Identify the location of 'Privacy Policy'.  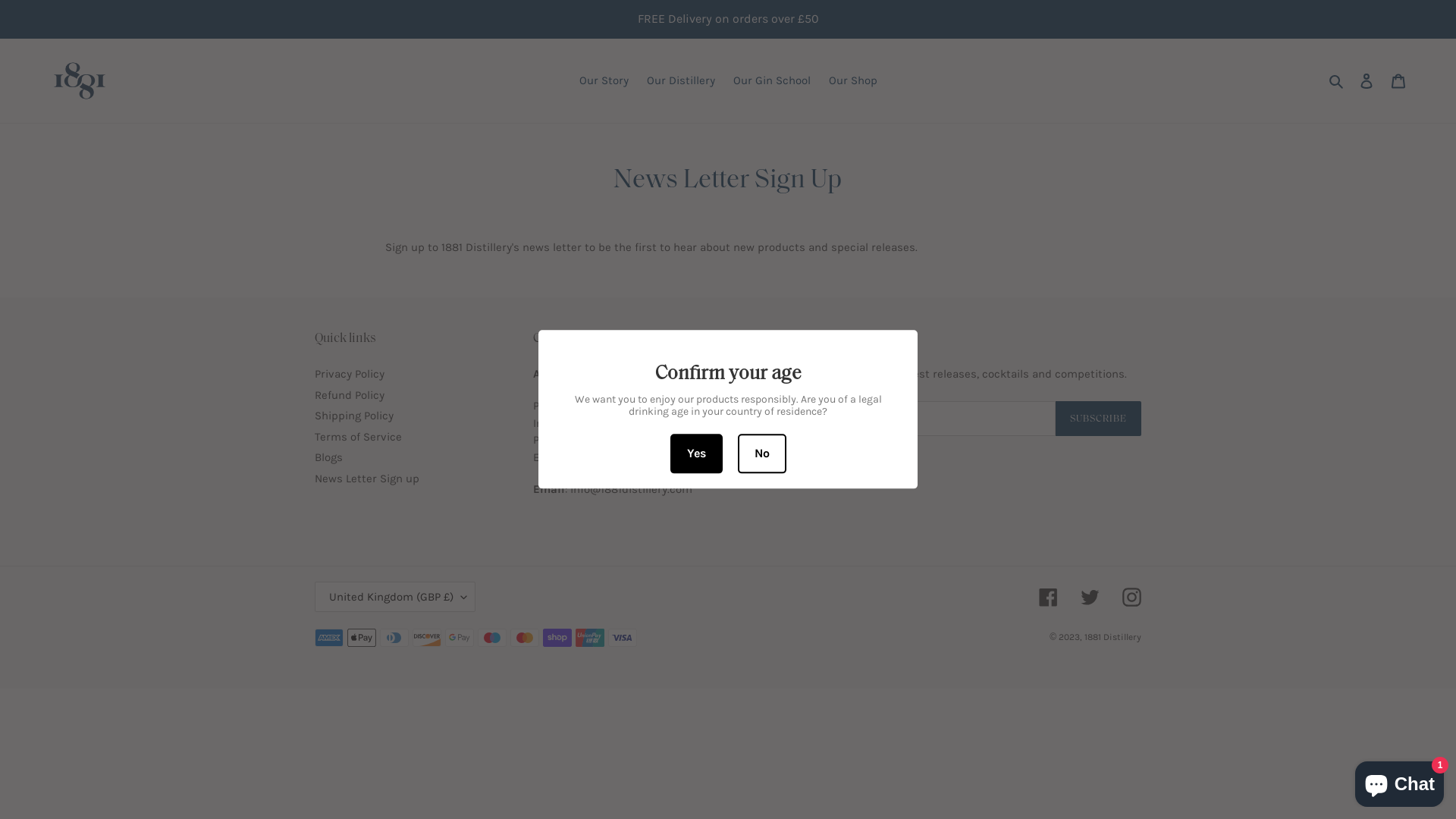
(348, 374).